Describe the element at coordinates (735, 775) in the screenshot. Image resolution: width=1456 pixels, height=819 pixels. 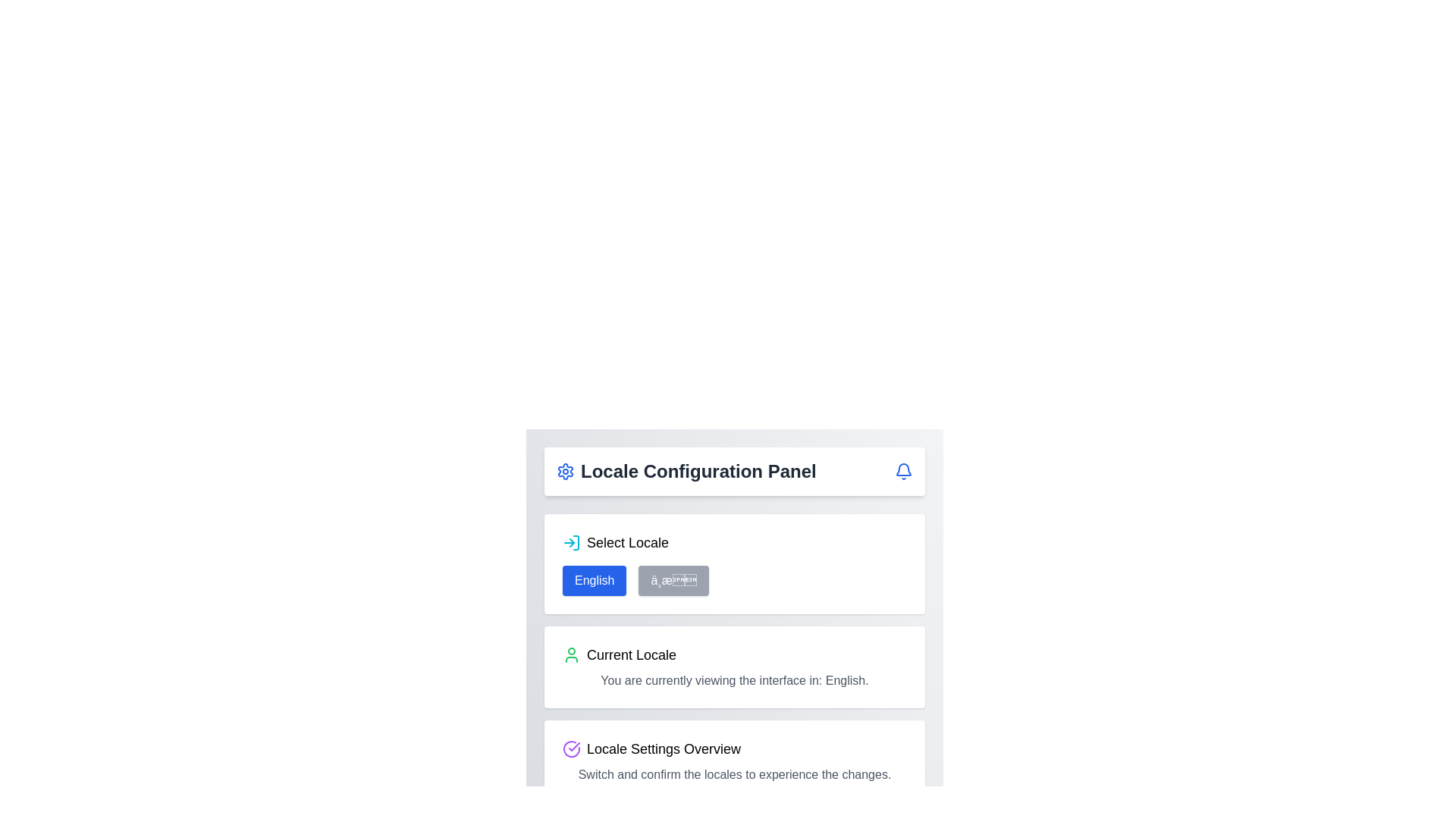
I see `static text label located below the title 'Locale Settings Overview', which is styled with a gray font color and provides additional explanatory information` at that location.